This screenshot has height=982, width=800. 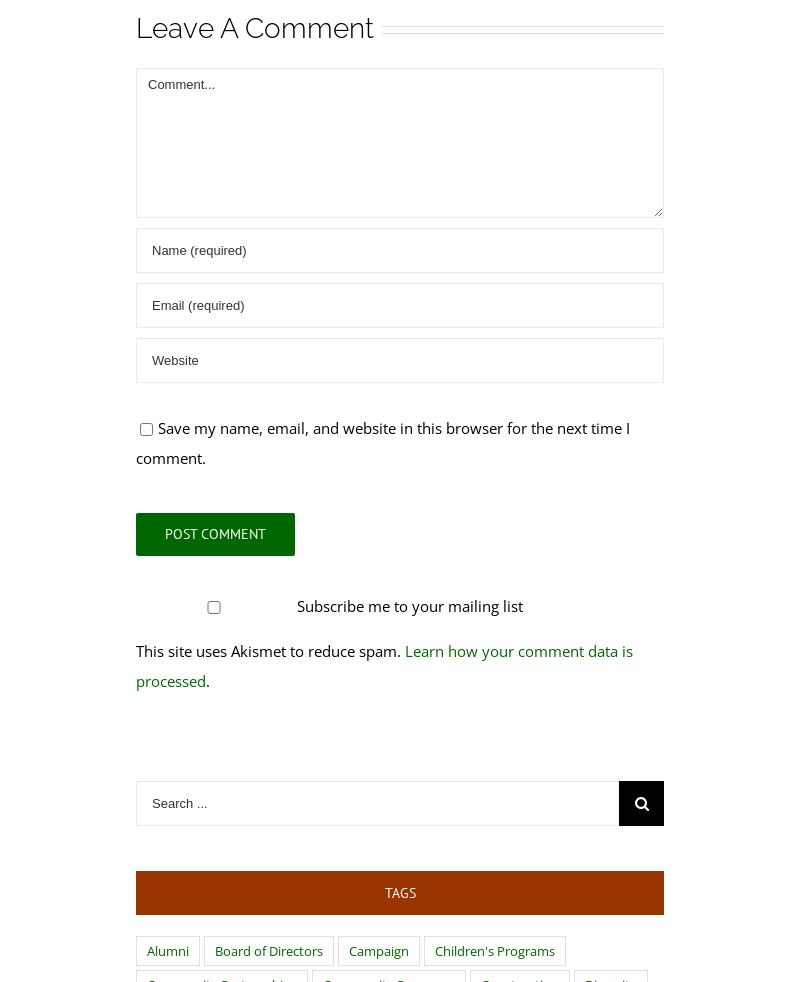 I want to click on 'Children's Programs', so click(x=494, y=950).